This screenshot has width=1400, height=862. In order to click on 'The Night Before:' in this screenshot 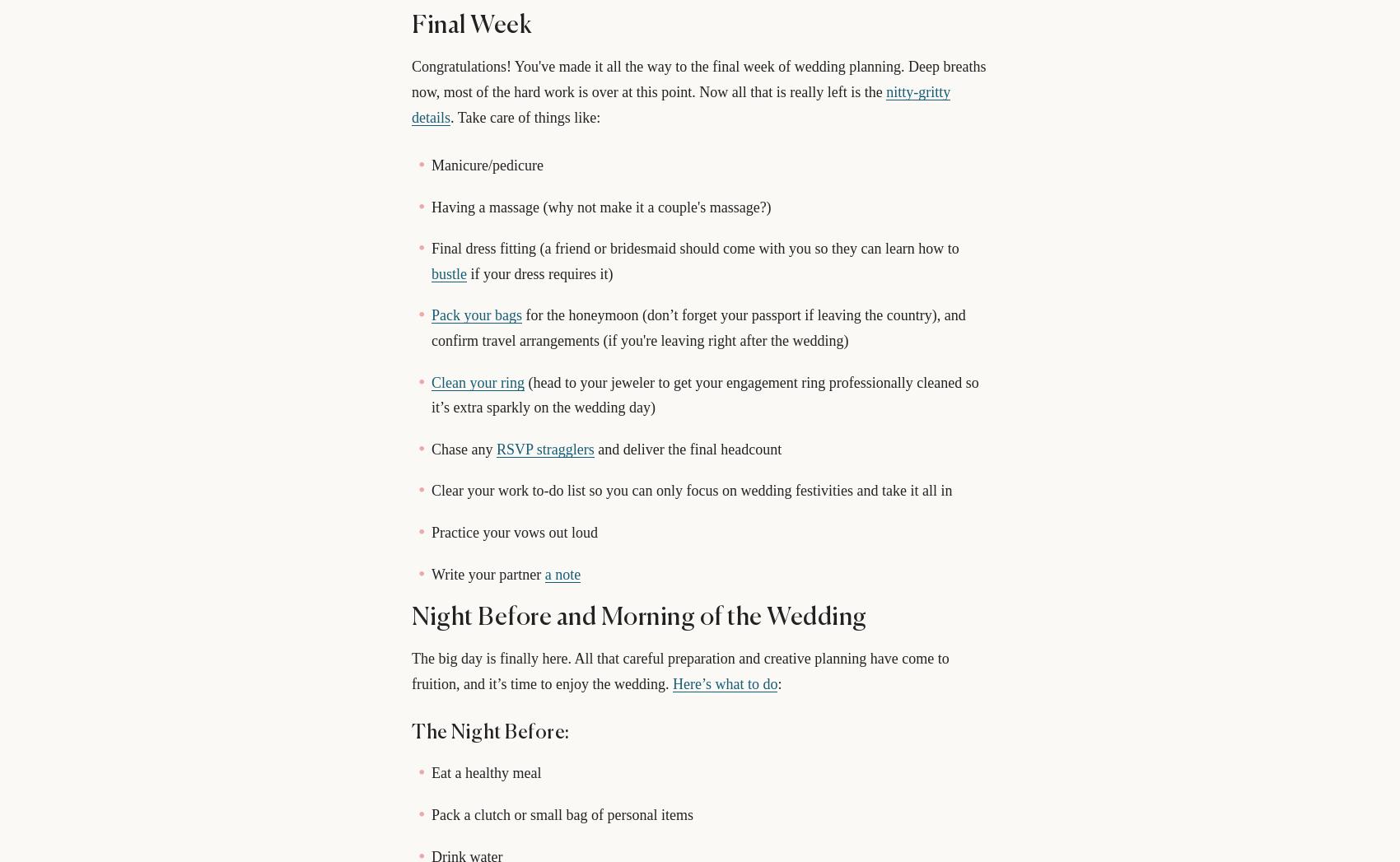, I will do `click(489, 731)`.